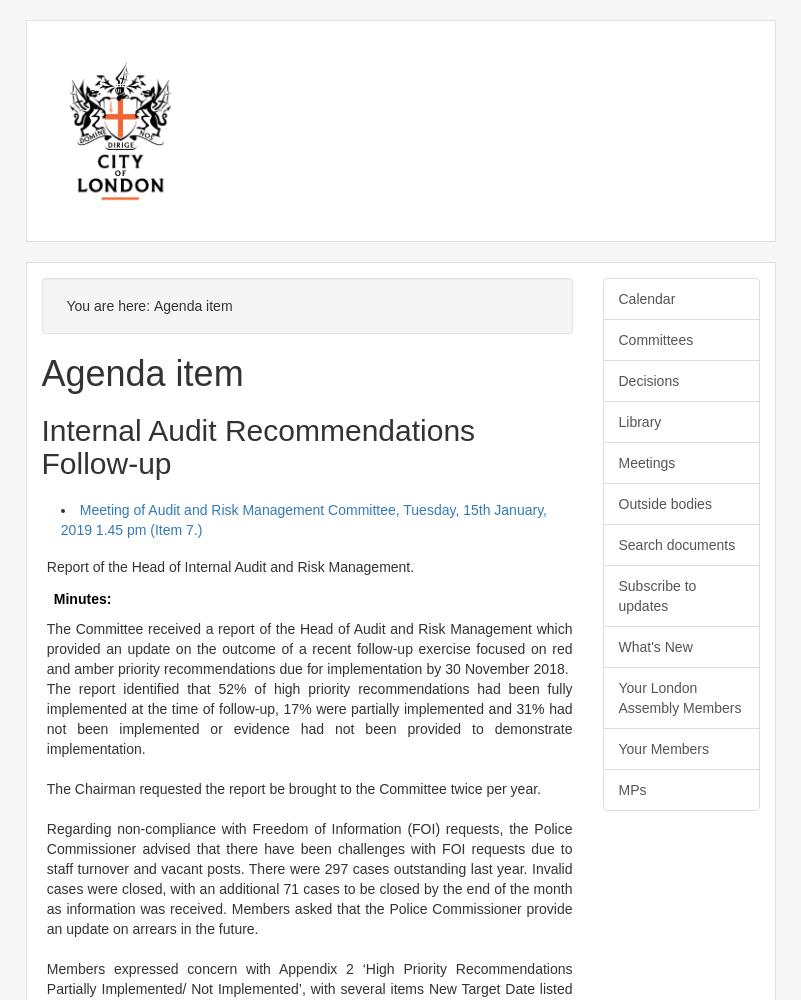 The width and height of the screenshot is (801, 1000). What do you see at coordinates (309, 648) in the screenshot?
I see `'The Committee
received a report of the Head of Audit and Risk Management which
provided an update on the outcome of a recent follow-up exercise
focused on red and amber priority recommendations due for
implementation by 30 November 2018.'` at bounding box center [309, 648].